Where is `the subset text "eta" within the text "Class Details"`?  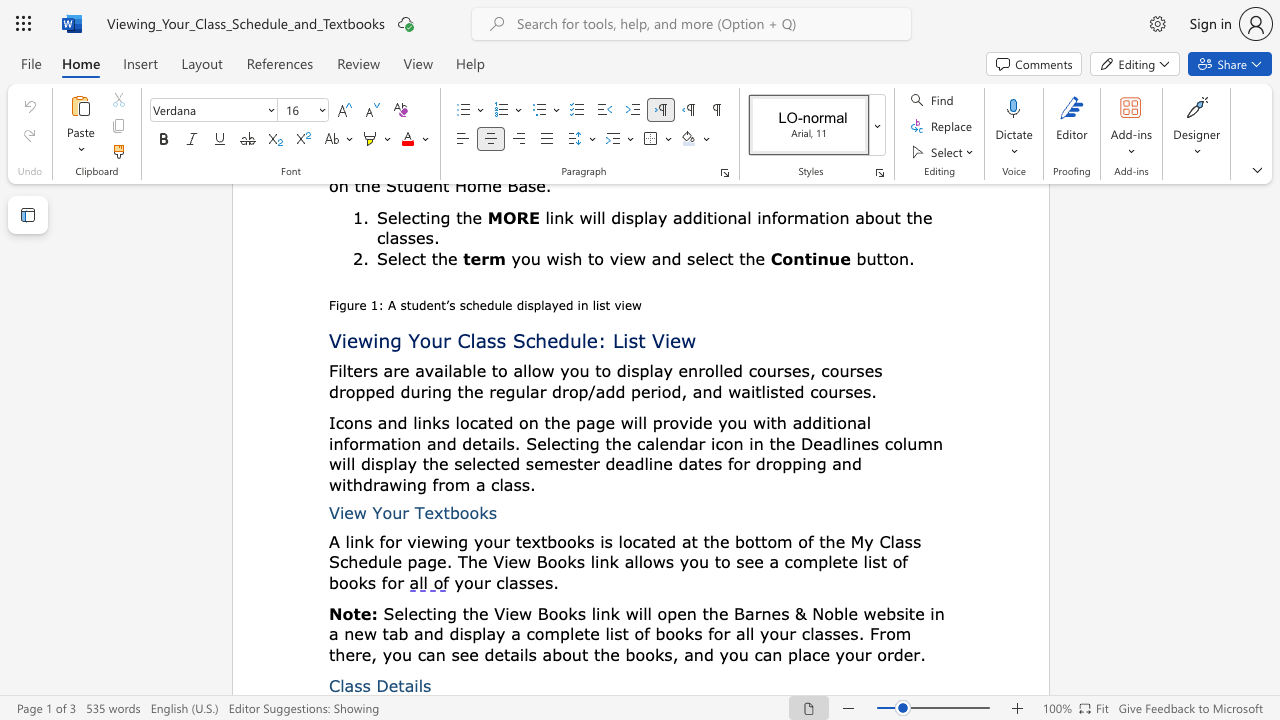
the subset text "eta" within the text "Class Details" is located at coordinates (388, 684).